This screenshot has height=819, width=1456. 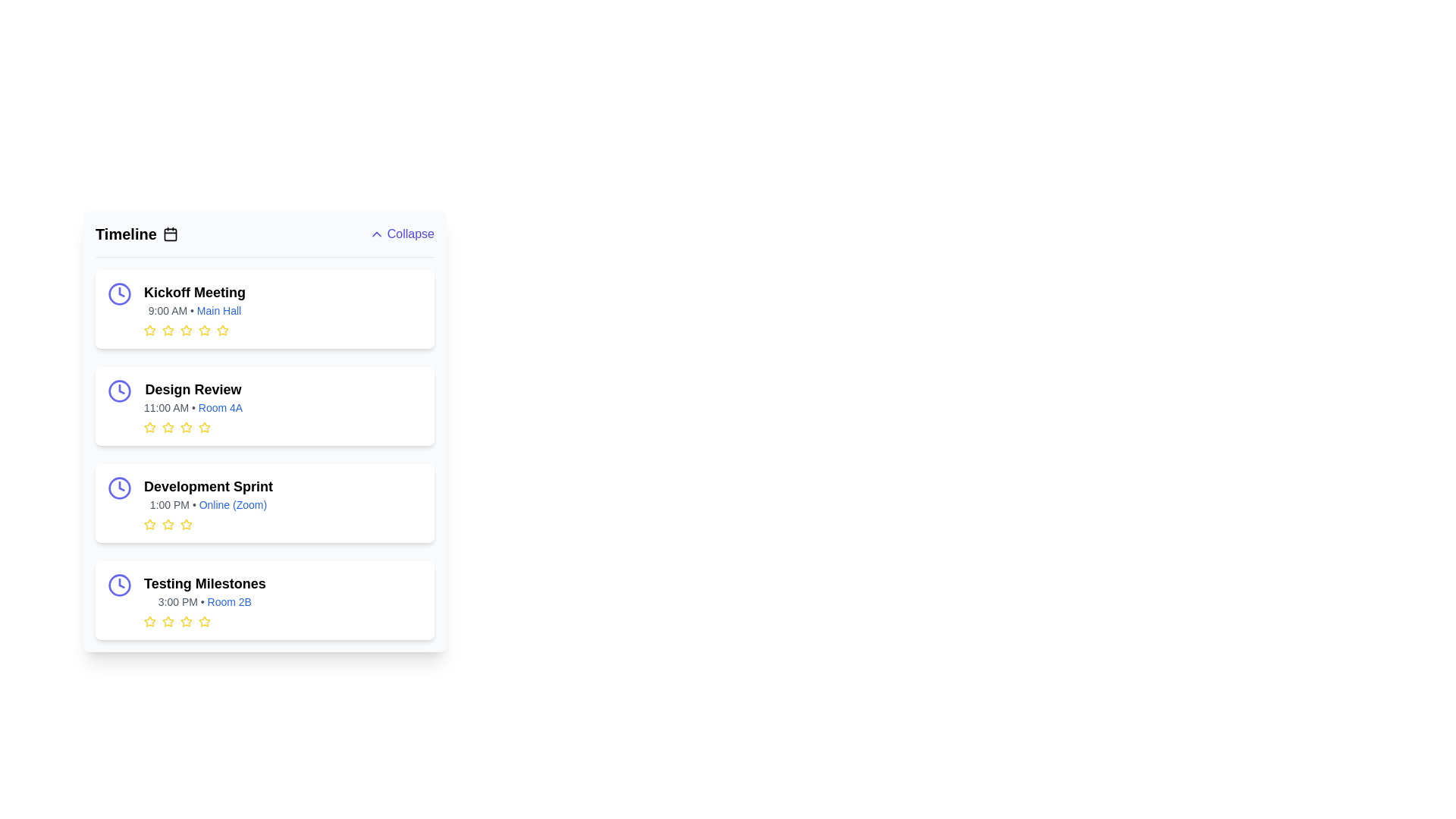 What do you see at coordinates (149, 523) in the screenshot?
I see `the yellow five-pointed star with a hollow center, which is the leftmost star in the row under the 'Development Sprint' entry in the timeline list` at bounding box center [149, 523].